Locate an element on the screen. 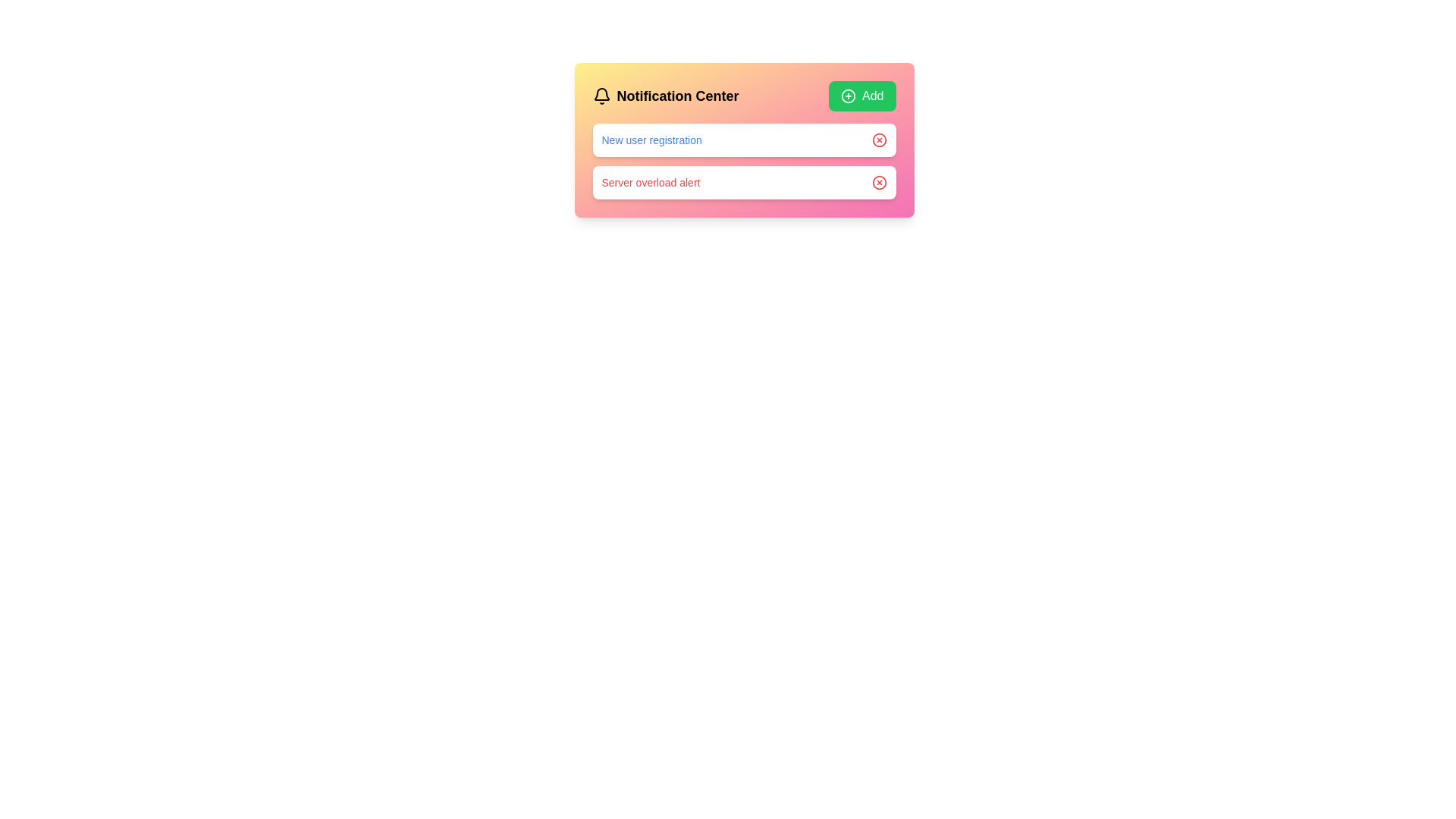 Image resolution: width=1456 pixels, height=819 pixels. the addition icon located within the green 'Add' button on the right side of the 'Notification Center' header is located at coordinates (847, 96).